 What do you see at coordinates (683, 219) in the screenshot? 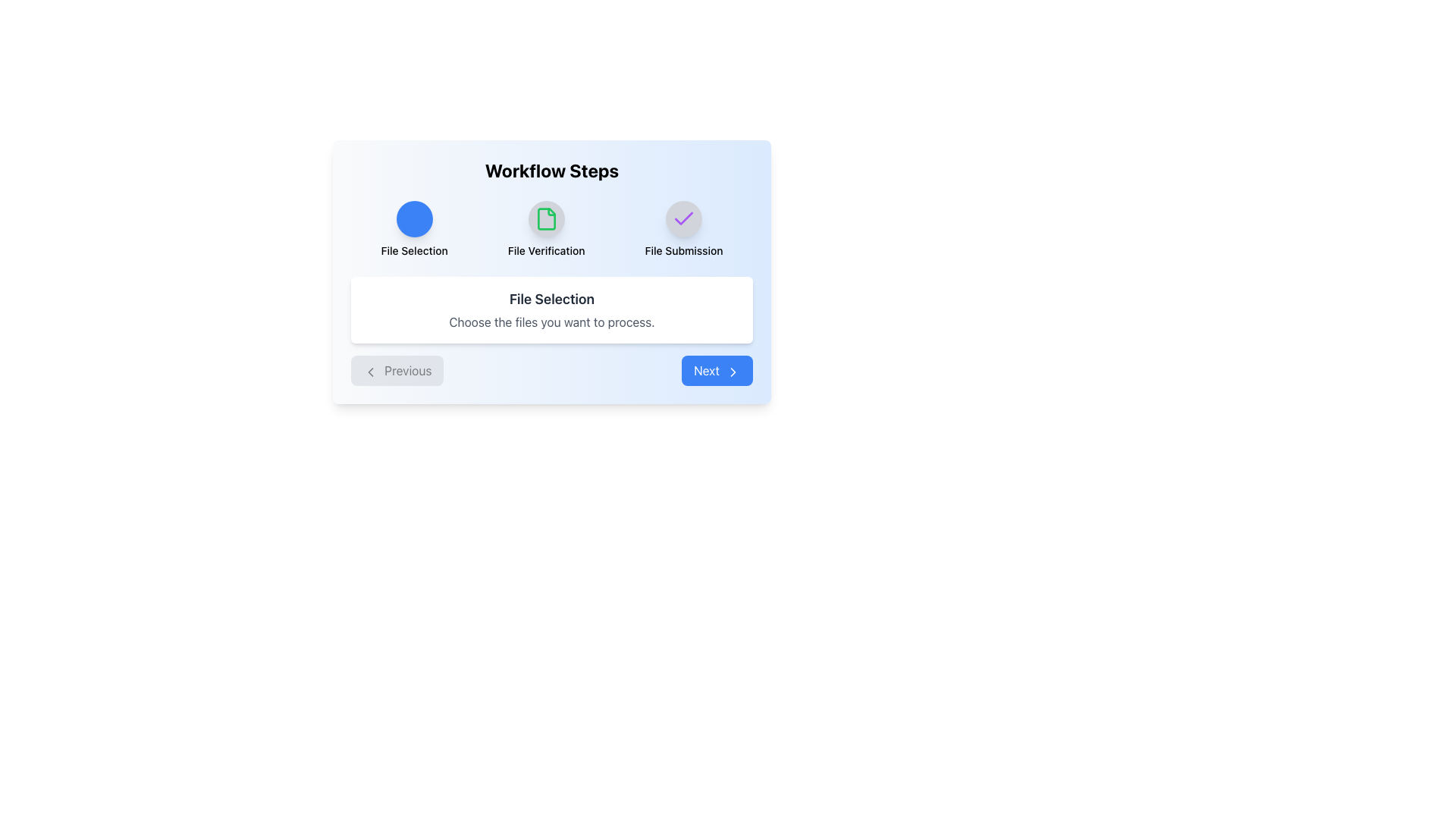
I see `the Icon button that indicates the completion of the 'File Submission' step in the workflow process, positioned on the rightmost side under the label 'File Submission'` at bounding box center [683, 219].